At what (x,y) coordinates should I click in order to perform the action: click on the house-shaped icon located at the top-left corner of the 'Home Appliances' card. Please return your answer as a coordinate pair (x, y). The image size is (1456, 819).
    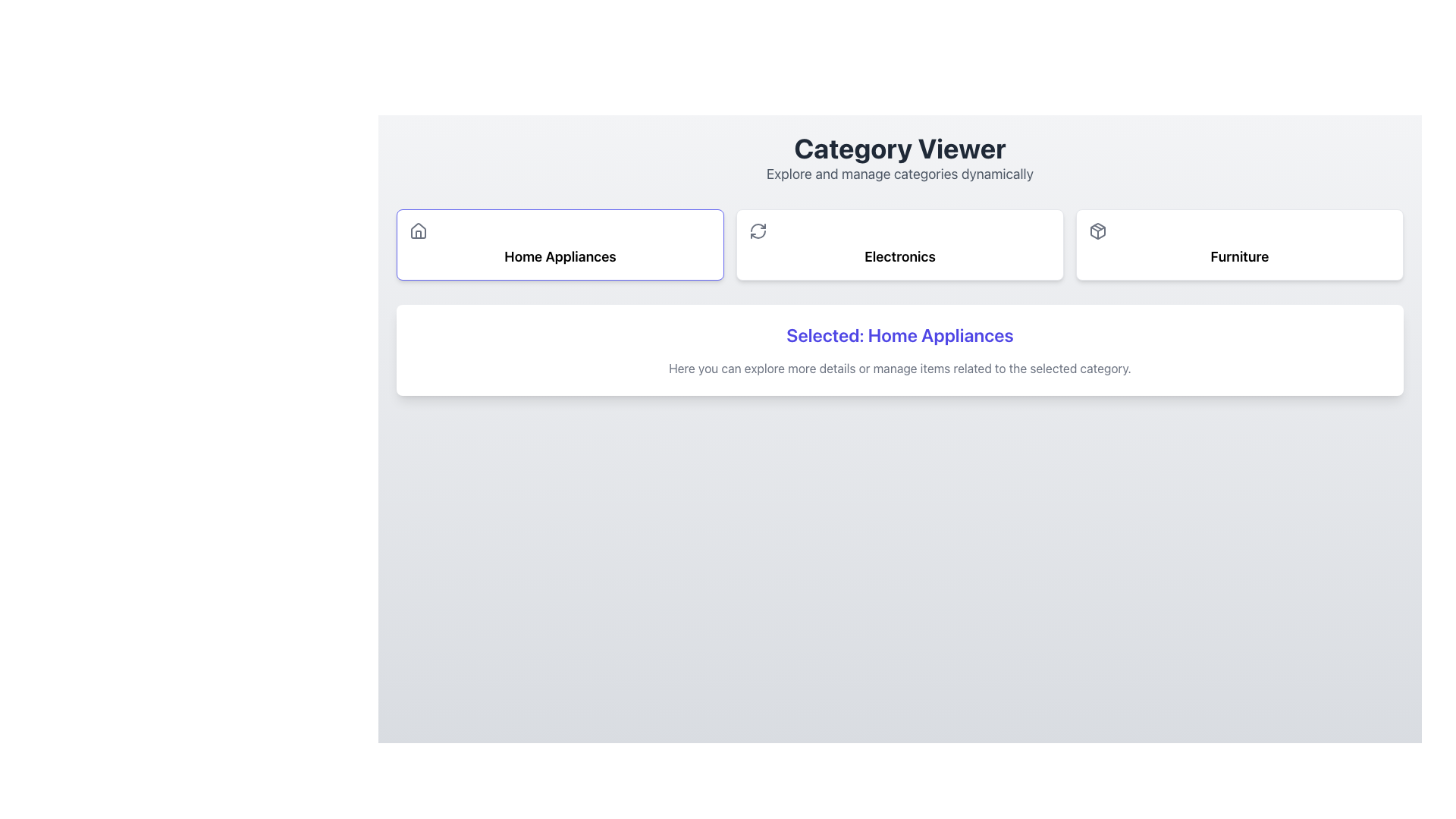
    Looking at the image, I should click on (419, 231).